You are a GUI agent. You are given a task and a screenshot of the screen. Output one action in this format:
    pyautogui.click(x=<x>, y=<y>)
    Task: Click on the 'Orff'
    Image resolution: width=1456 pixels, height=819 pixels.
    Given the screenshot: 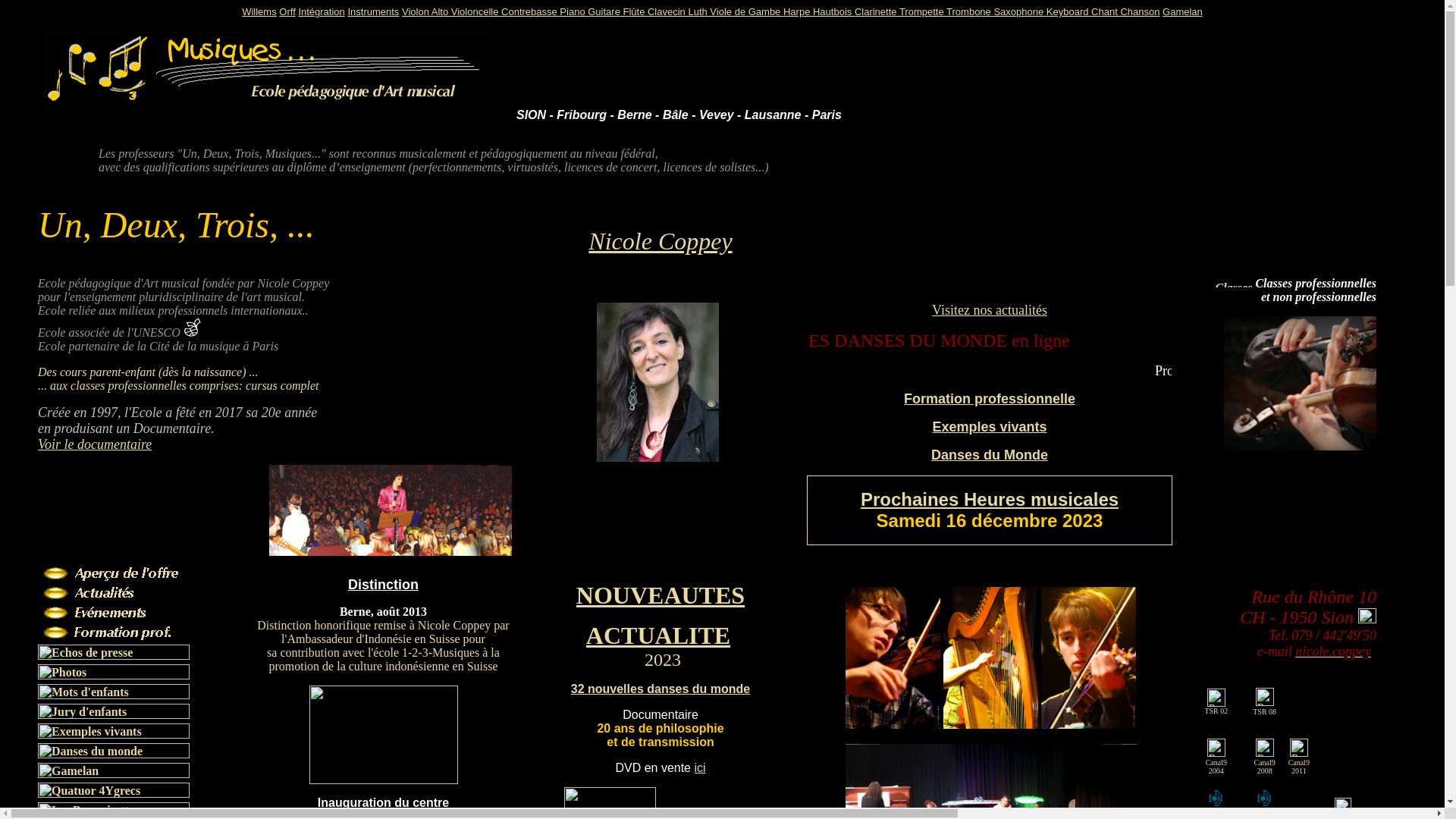 What is the action you would take?
    pyautogui.click(x=287, y=11)
    